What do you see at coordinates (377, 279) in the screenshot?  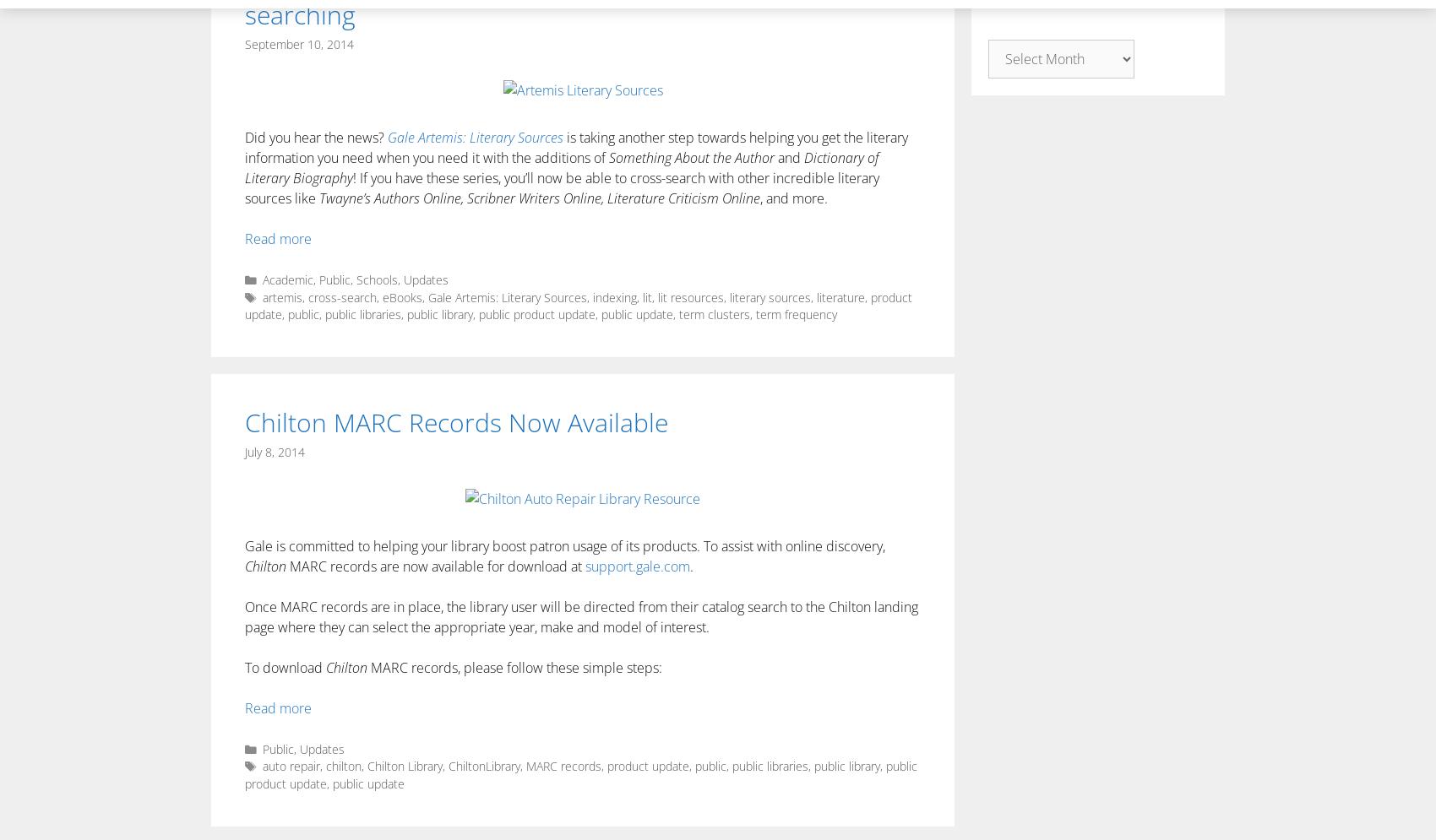 I see `'Schools'` at bounding box center [377, 279].